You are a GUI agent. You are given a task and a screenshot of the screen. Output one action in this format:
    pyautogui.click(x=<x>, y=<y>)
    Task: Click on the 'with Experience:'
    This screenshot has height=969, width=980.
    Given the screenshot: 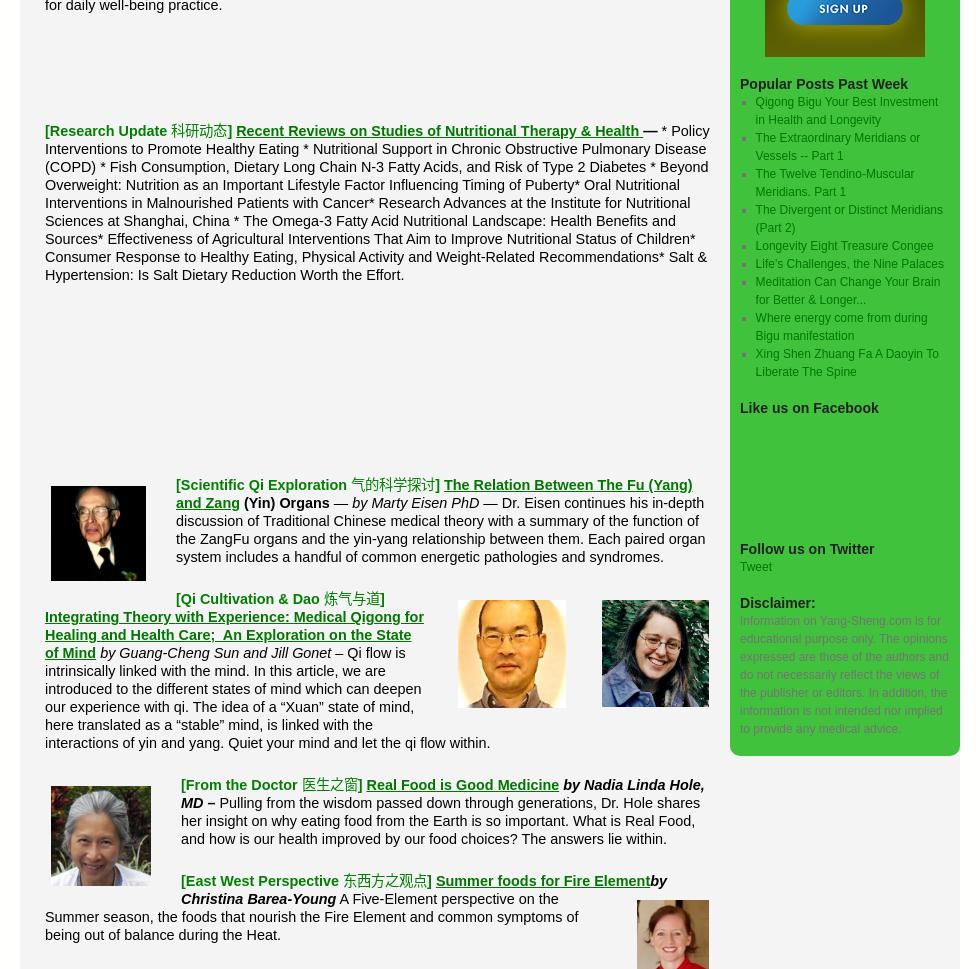 What is the action you would take?
    pyautogui.click(x=234, y=615)
    